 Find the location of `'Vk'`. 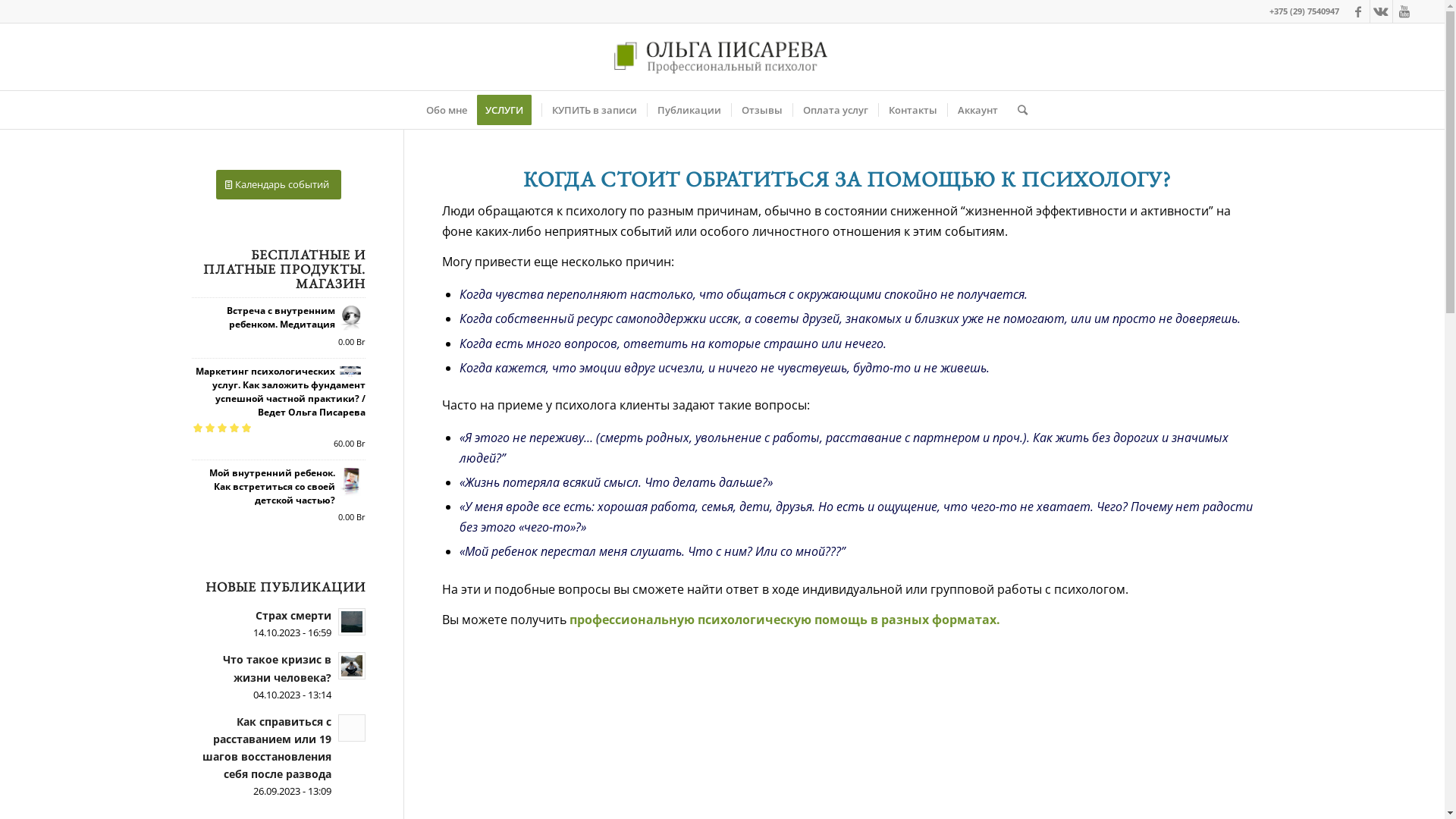

'Vk' is located at coordinates (1381, 11).